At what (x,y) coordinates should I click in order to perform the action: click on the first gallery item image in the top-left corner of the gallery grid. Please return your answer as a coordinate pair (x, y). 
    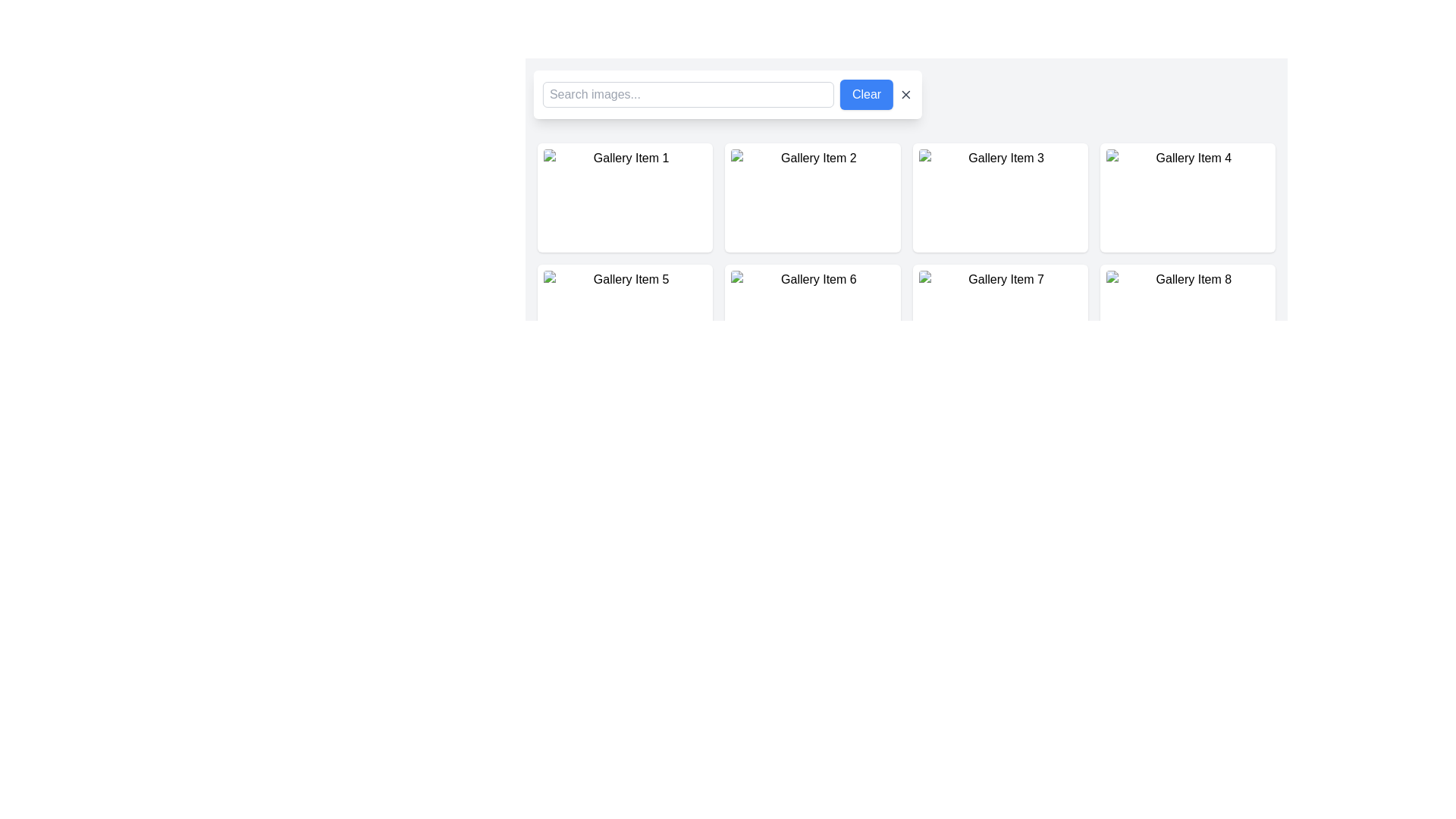
    Looking at the image, I should click on (625, 197).